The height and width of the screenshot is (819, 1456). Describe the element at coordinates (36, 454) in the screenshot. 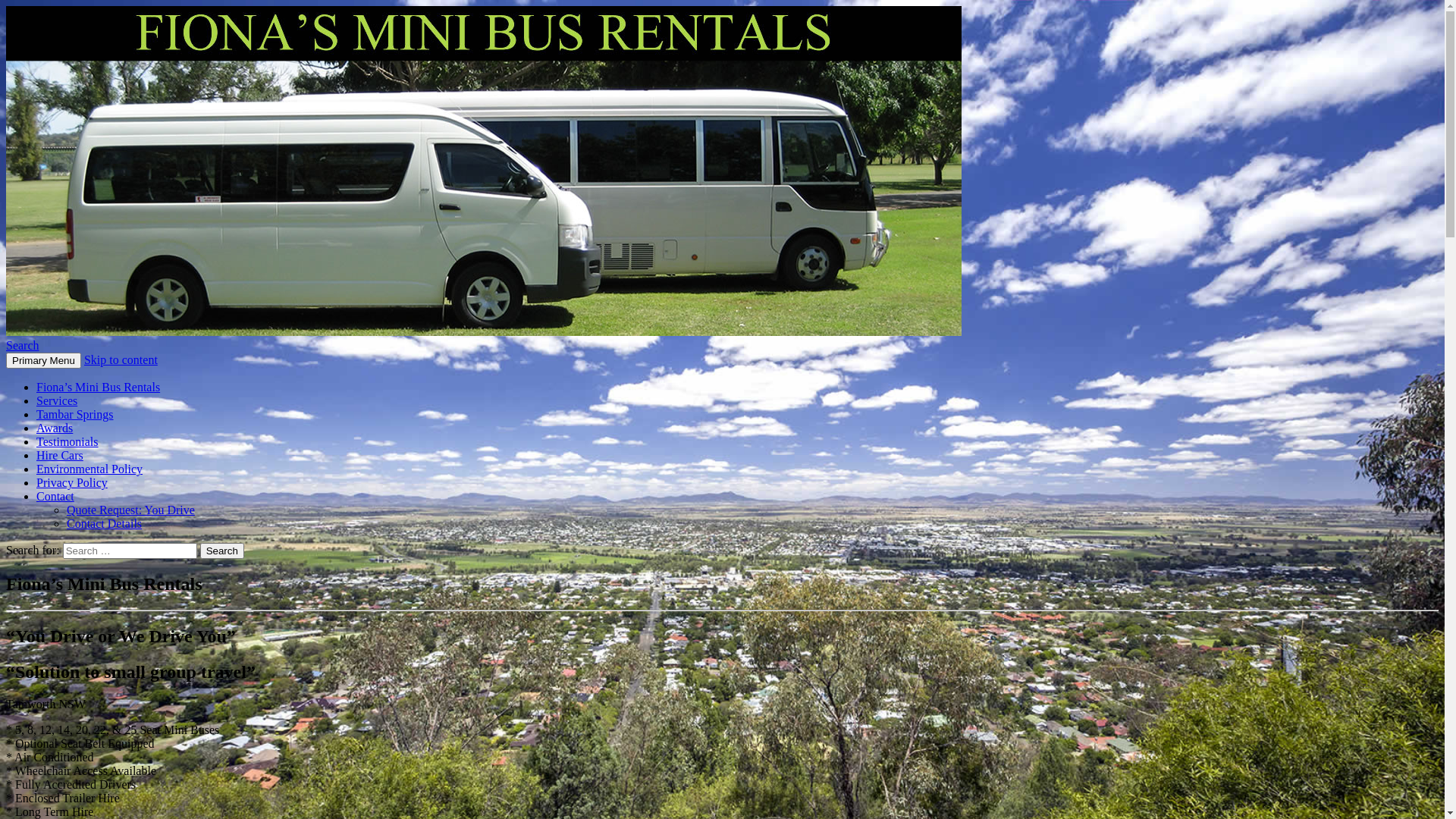

I see `'Hire Cars'` at that location.